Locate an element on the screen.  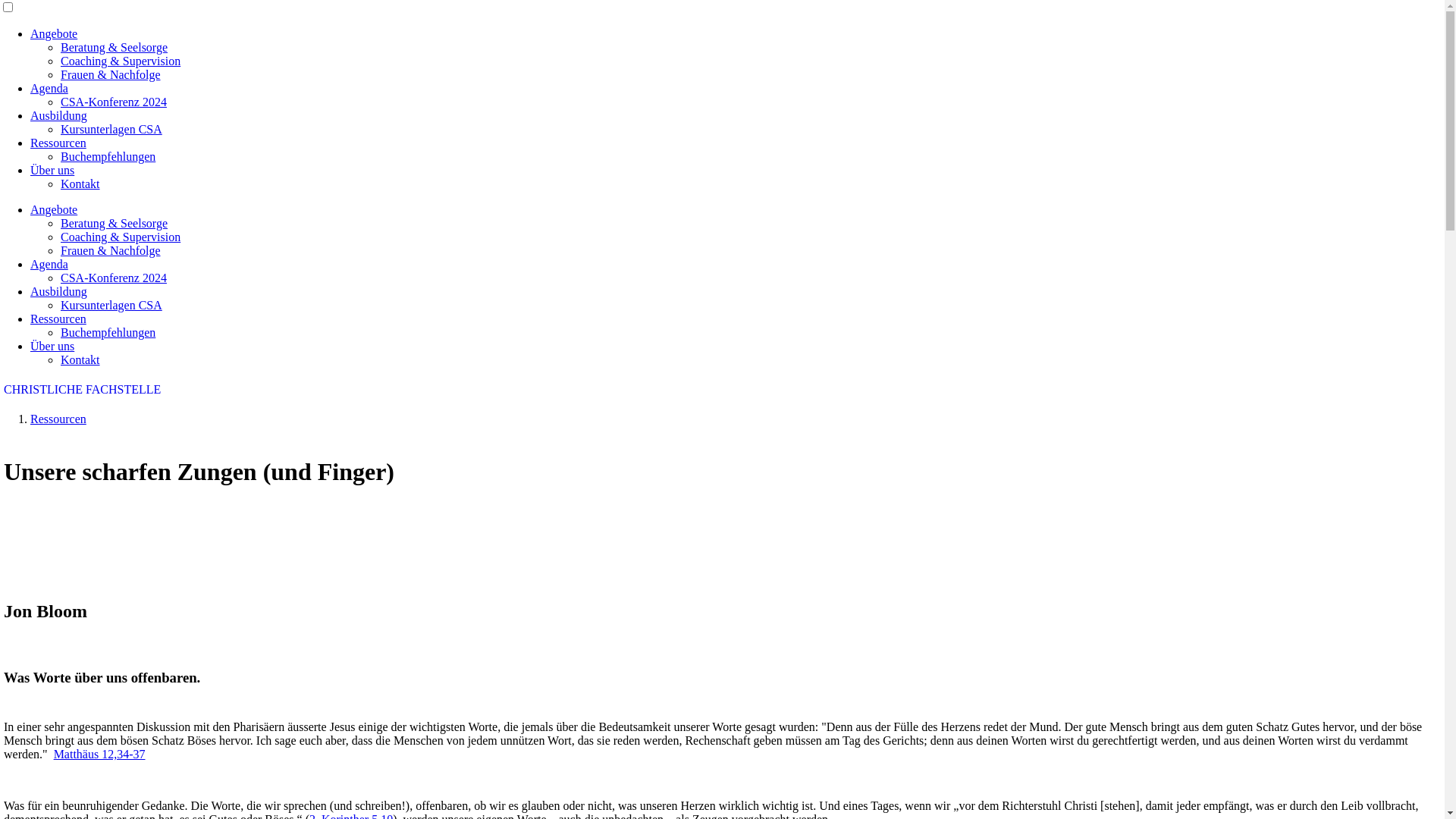
'Beratung & Seelsorge' is located at coordinates (113, 223).